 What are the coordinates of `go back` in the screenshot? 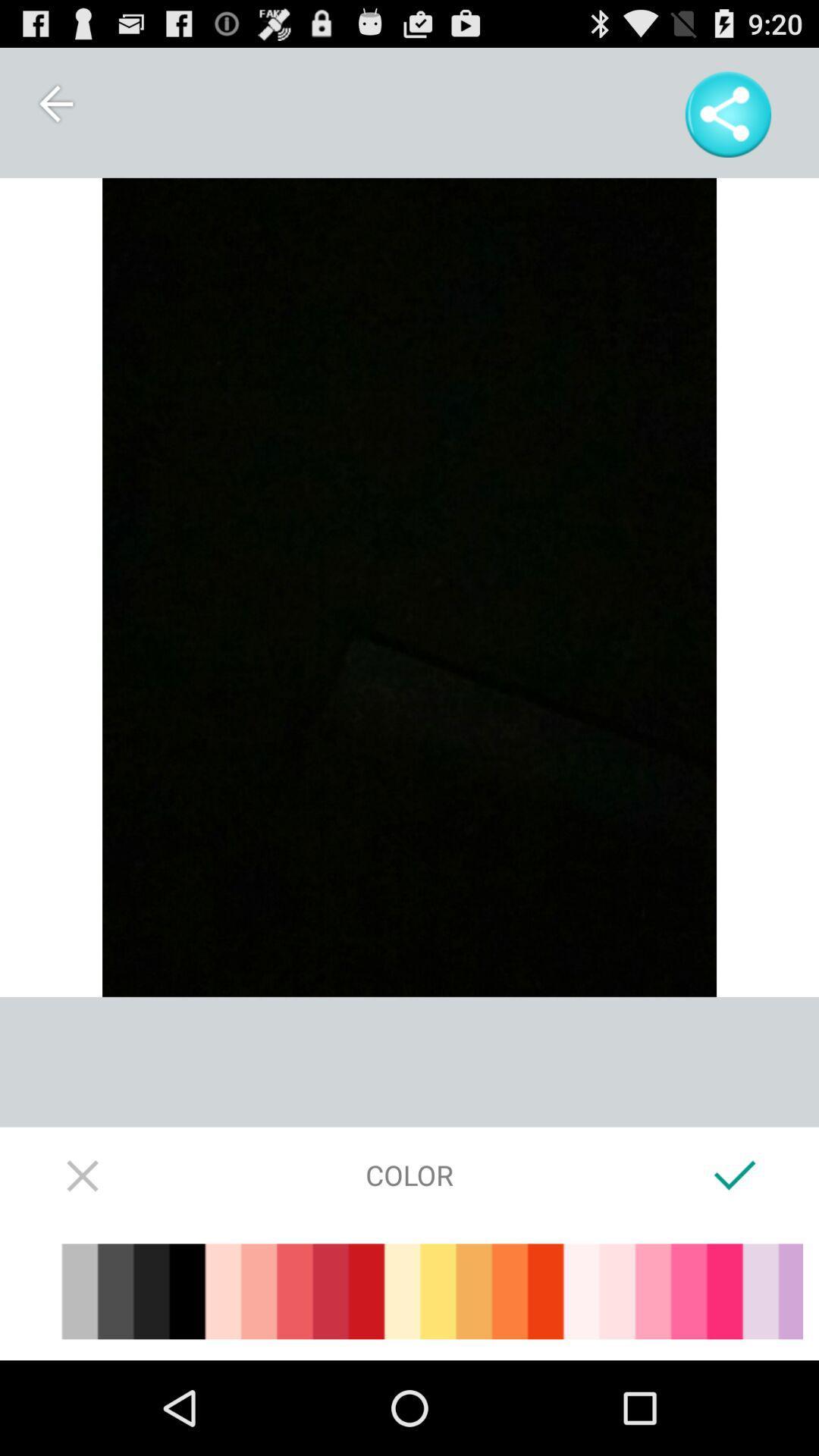 It's located at (55, 102).